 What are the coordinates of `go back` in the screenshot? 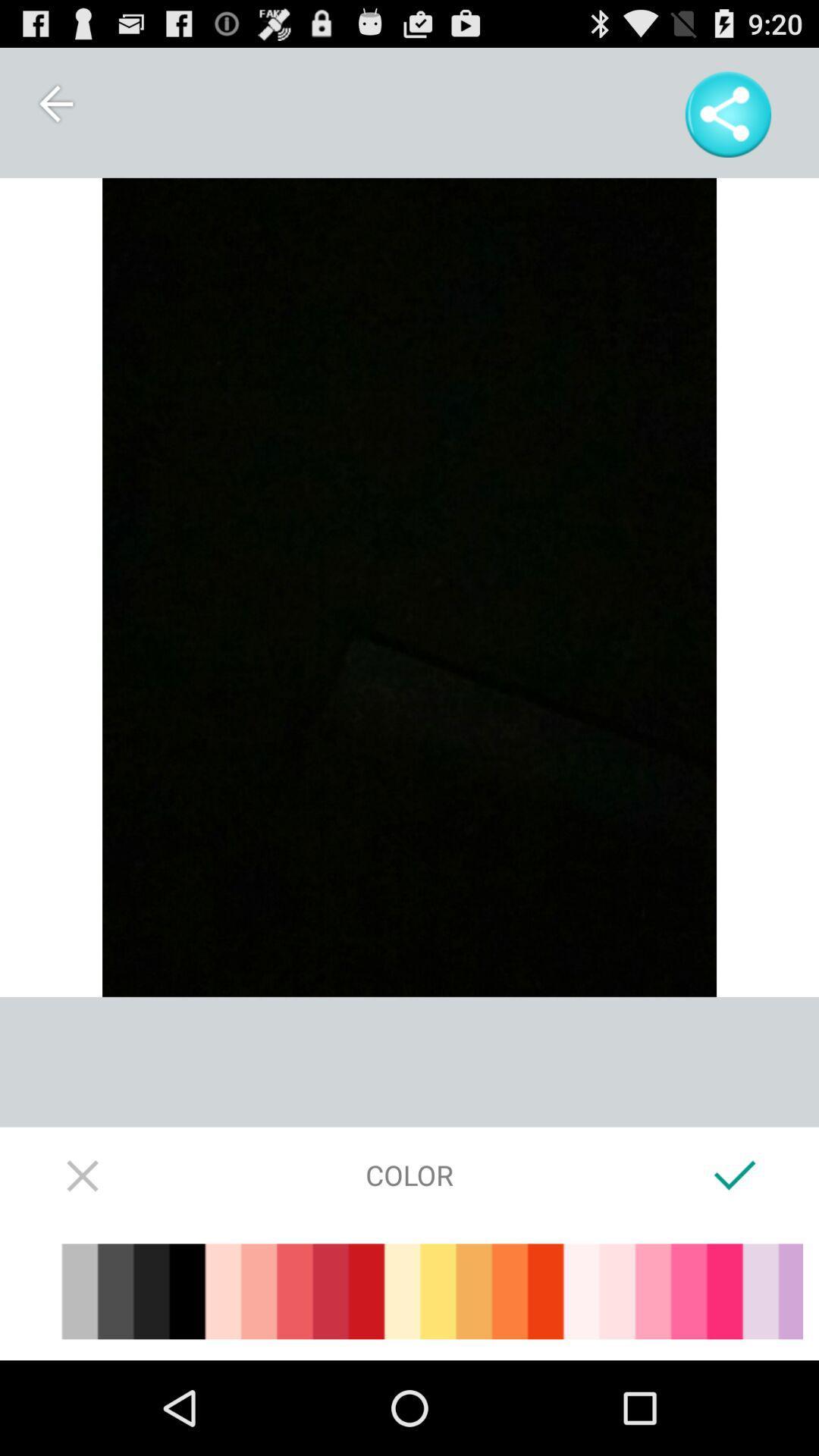 It's located at (55, 102).